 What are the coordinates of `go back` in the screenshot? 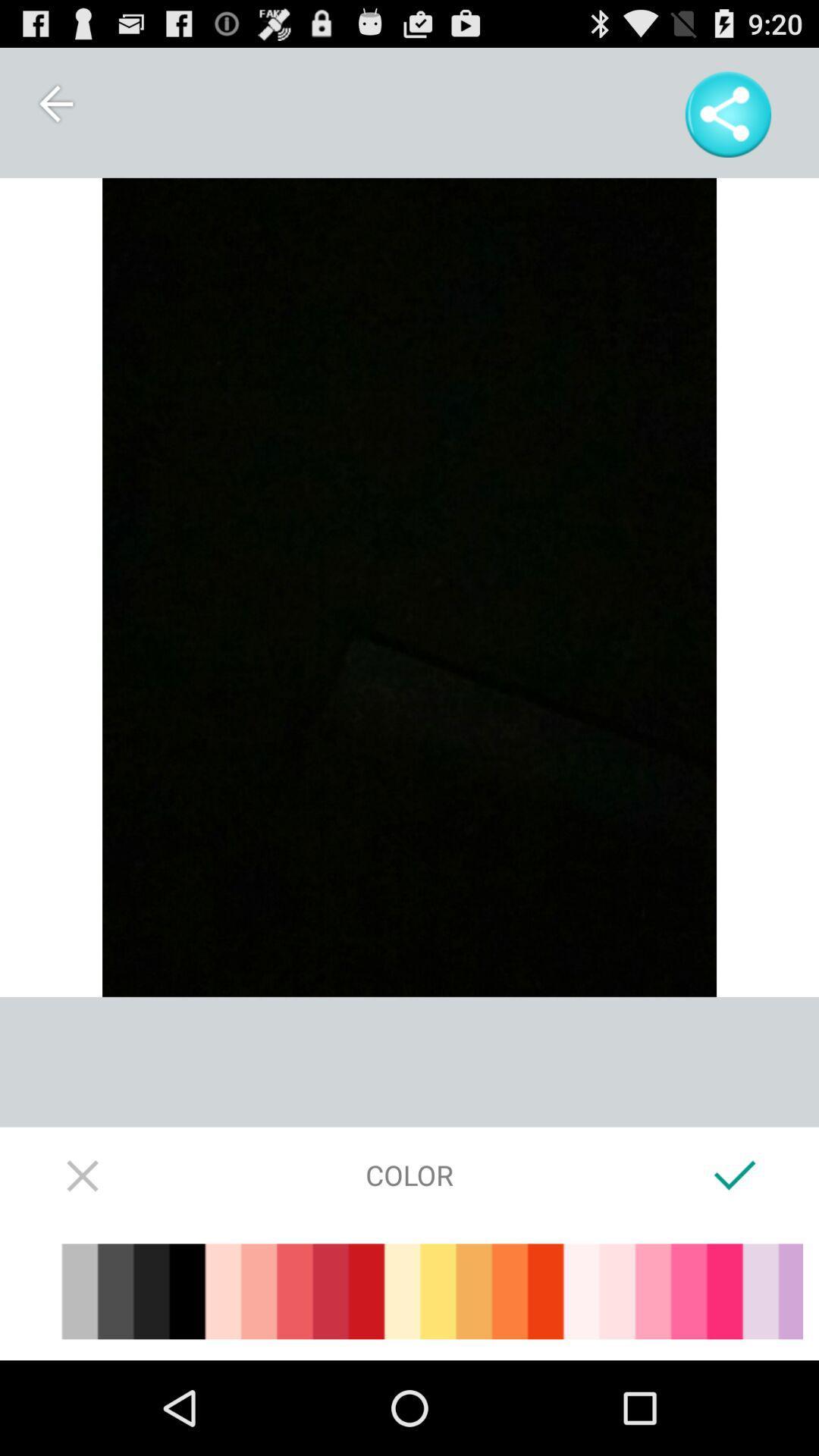 It's located at (55, 102).